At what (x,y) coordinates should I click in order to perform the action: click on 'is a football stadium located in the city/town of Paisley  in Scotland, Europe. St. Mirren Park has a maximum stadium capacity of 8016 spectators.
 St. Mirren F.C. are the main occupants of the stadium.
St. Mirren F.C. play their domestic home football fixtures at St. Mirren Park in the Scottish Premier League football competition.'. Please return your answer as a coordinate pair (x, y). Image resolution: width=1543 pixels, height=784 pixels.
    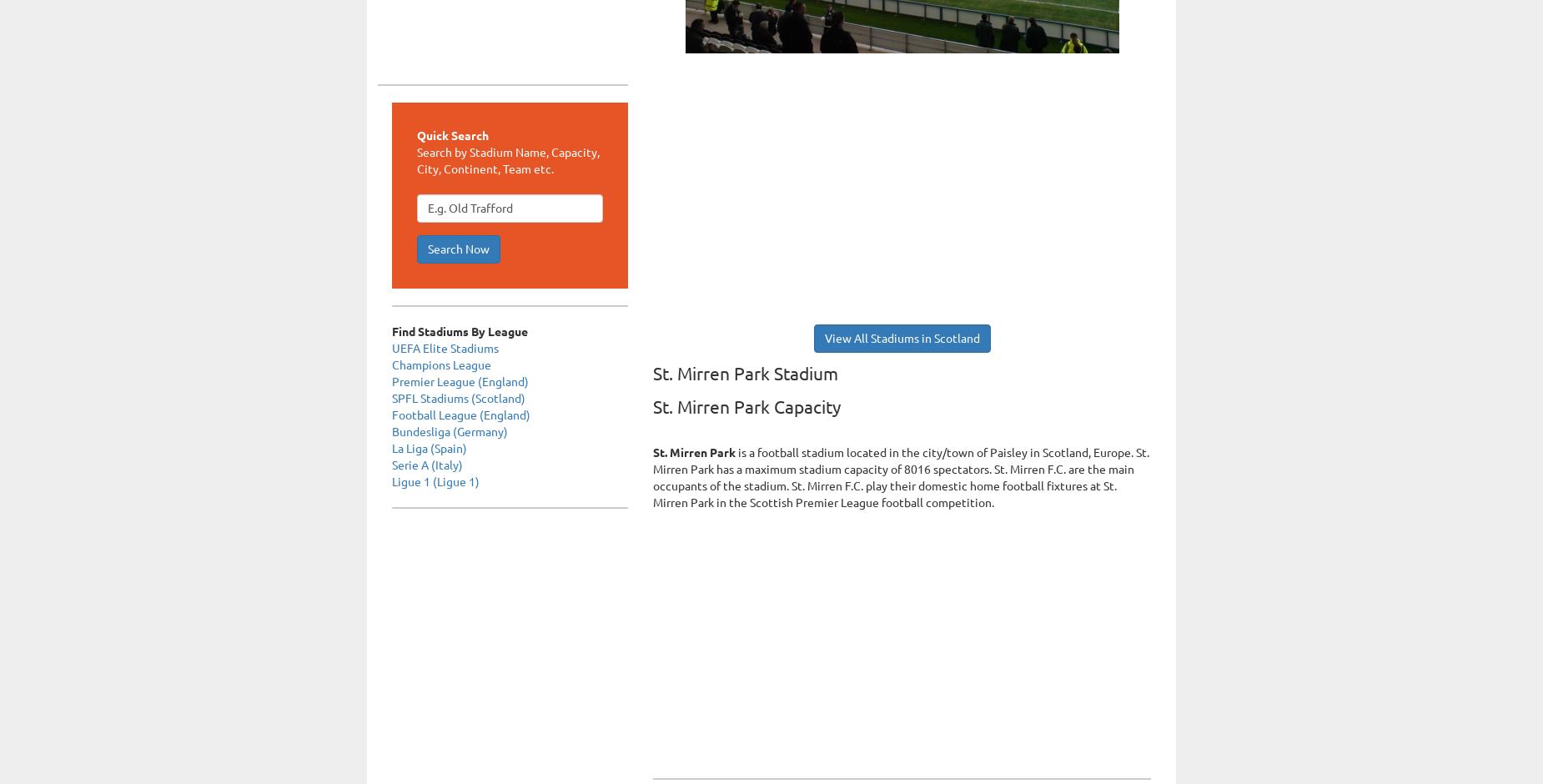
    Looking at the image, I should click on (652, 478).